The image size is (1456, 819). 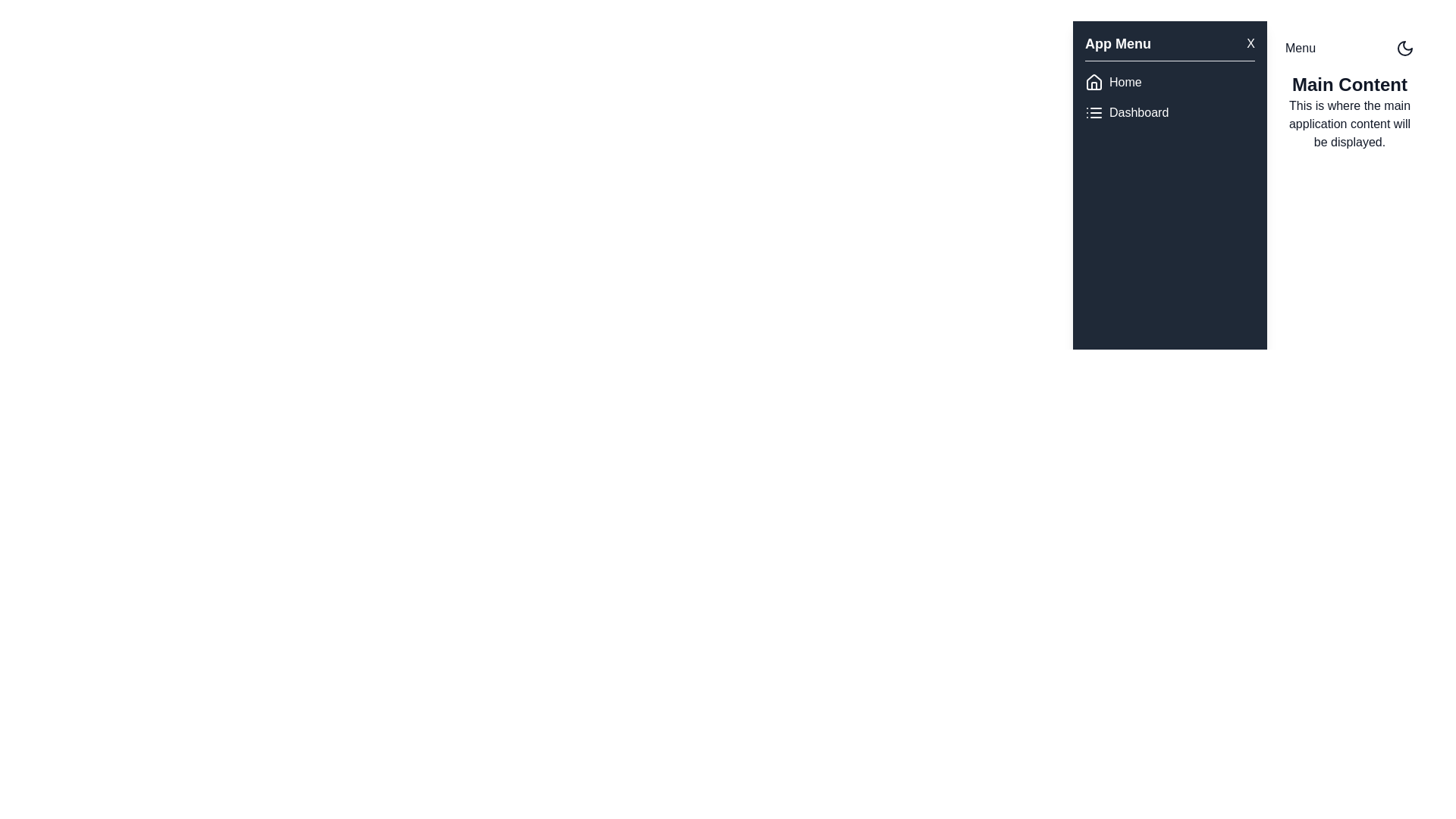 What do you see at coordinates (1094, 82) in the screenshot?
I see `the 'Home' menu item icon in the sidebar navigation menu` at bounding box center [1094, 82].